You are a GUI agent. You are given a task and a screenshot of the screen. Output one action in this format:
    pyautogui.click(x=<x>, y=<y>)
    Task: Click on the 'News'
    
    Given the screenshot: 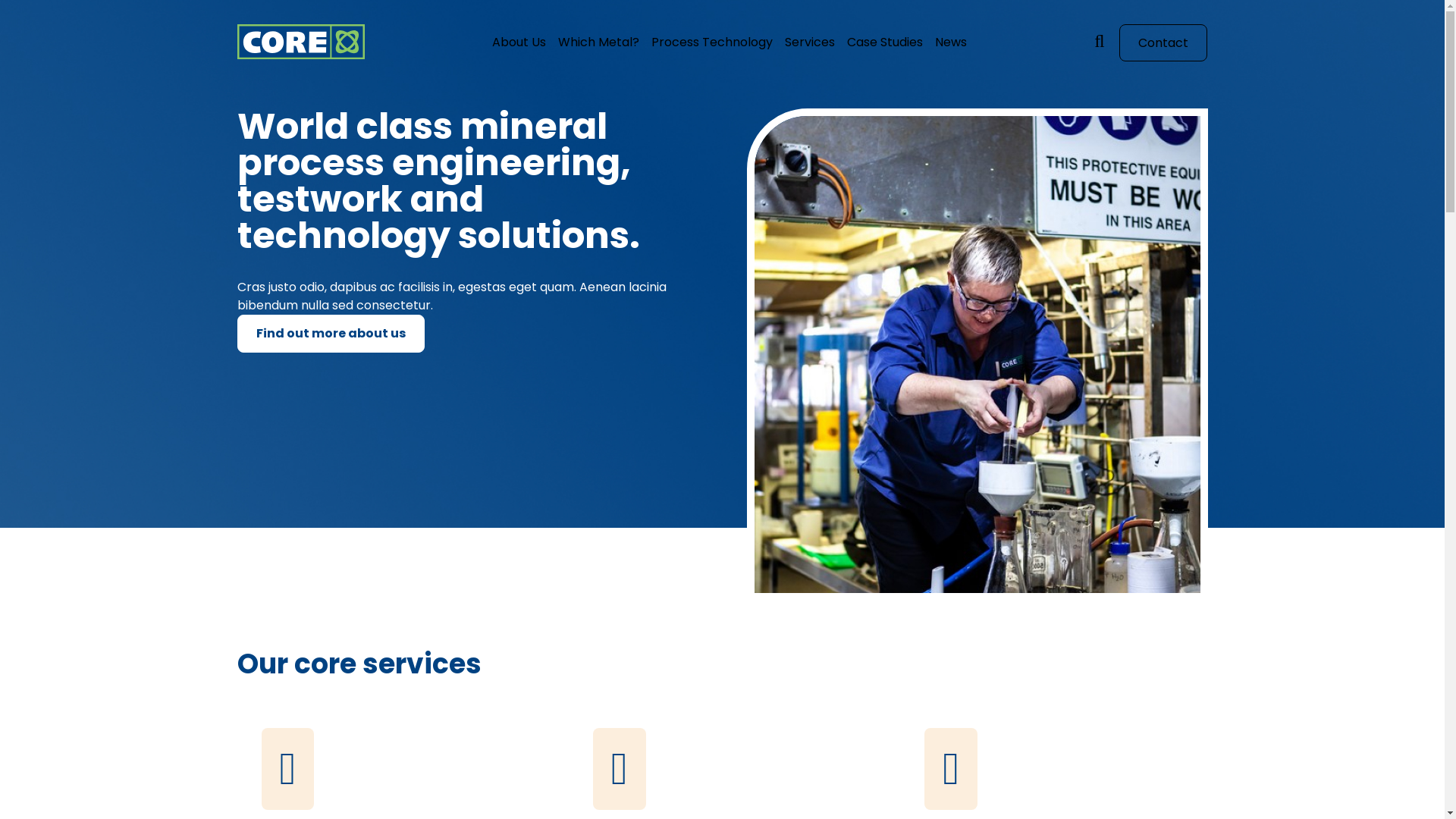 What is the action you would take?
    pyautogui.click(x=934, y=41)
    